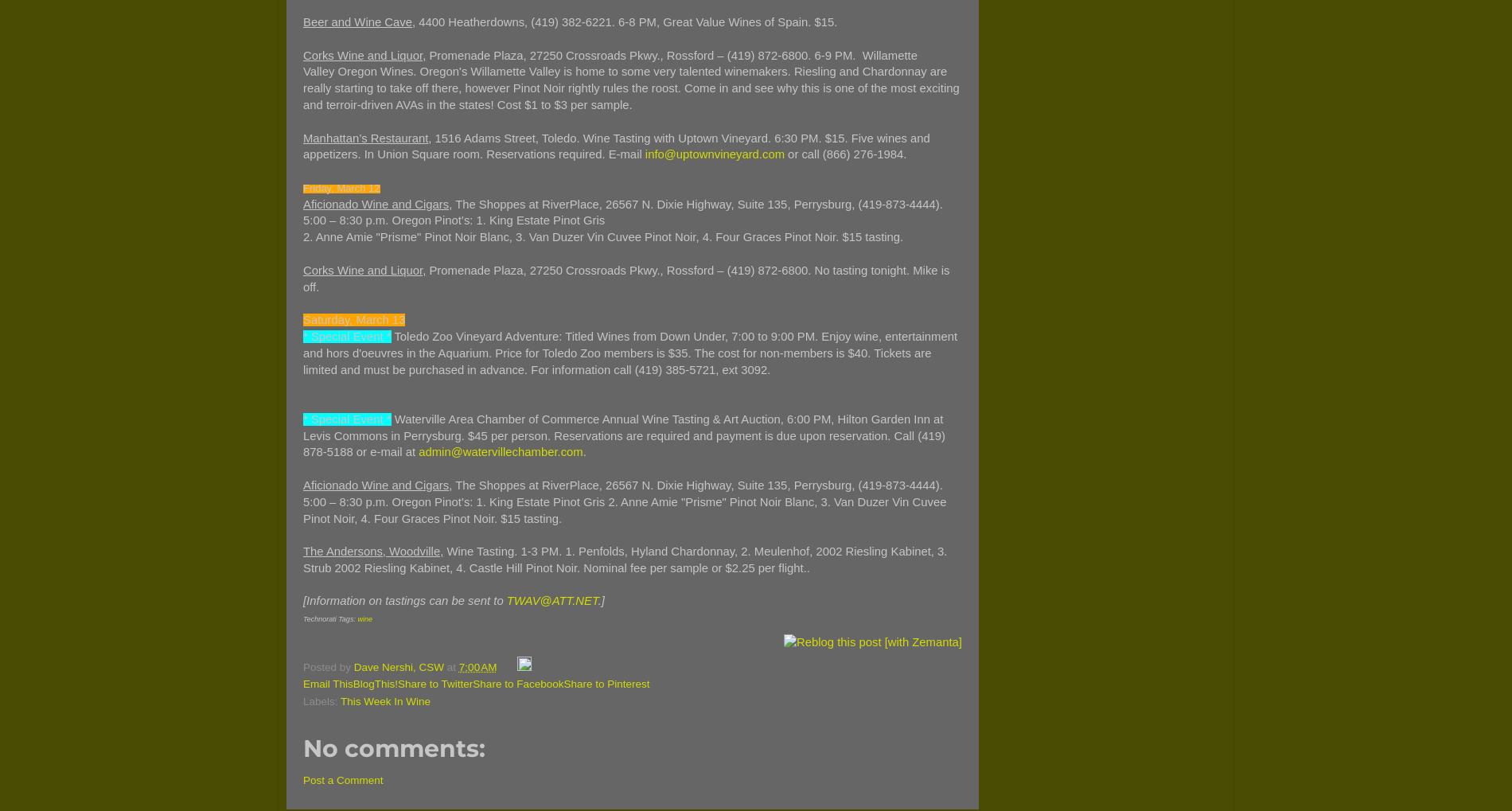  I want to click on '.', so click(583, 450).